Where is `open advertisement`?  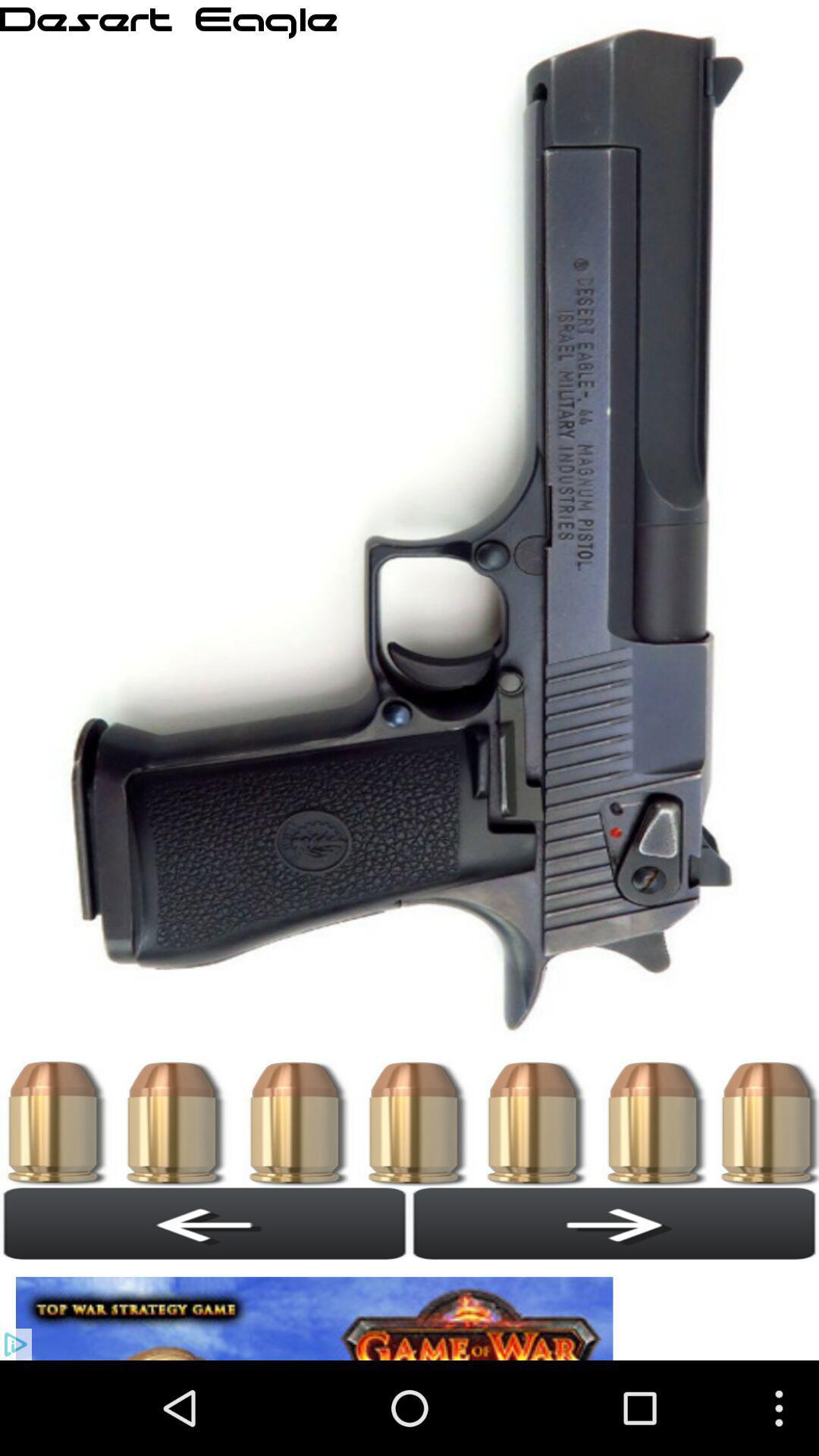 open advertisement is located at coordinates (318, 1310).